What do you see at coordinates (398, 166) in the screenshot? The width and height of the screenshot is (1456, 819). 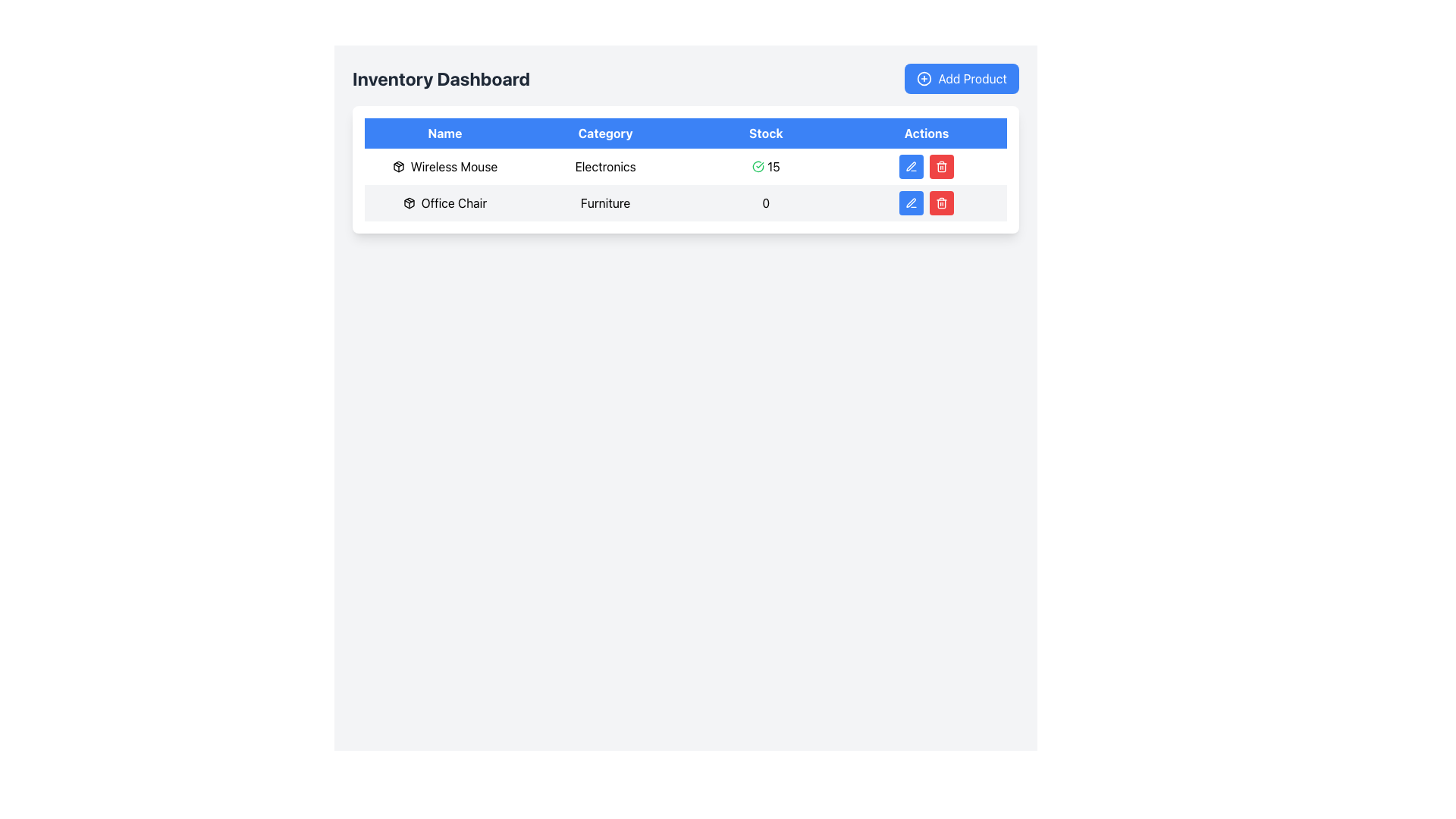 I see `the package icon adjacent to the text 'Wireless Mouse' in the first row of the table under the 'Name' column` at bounding box center [398, 166].